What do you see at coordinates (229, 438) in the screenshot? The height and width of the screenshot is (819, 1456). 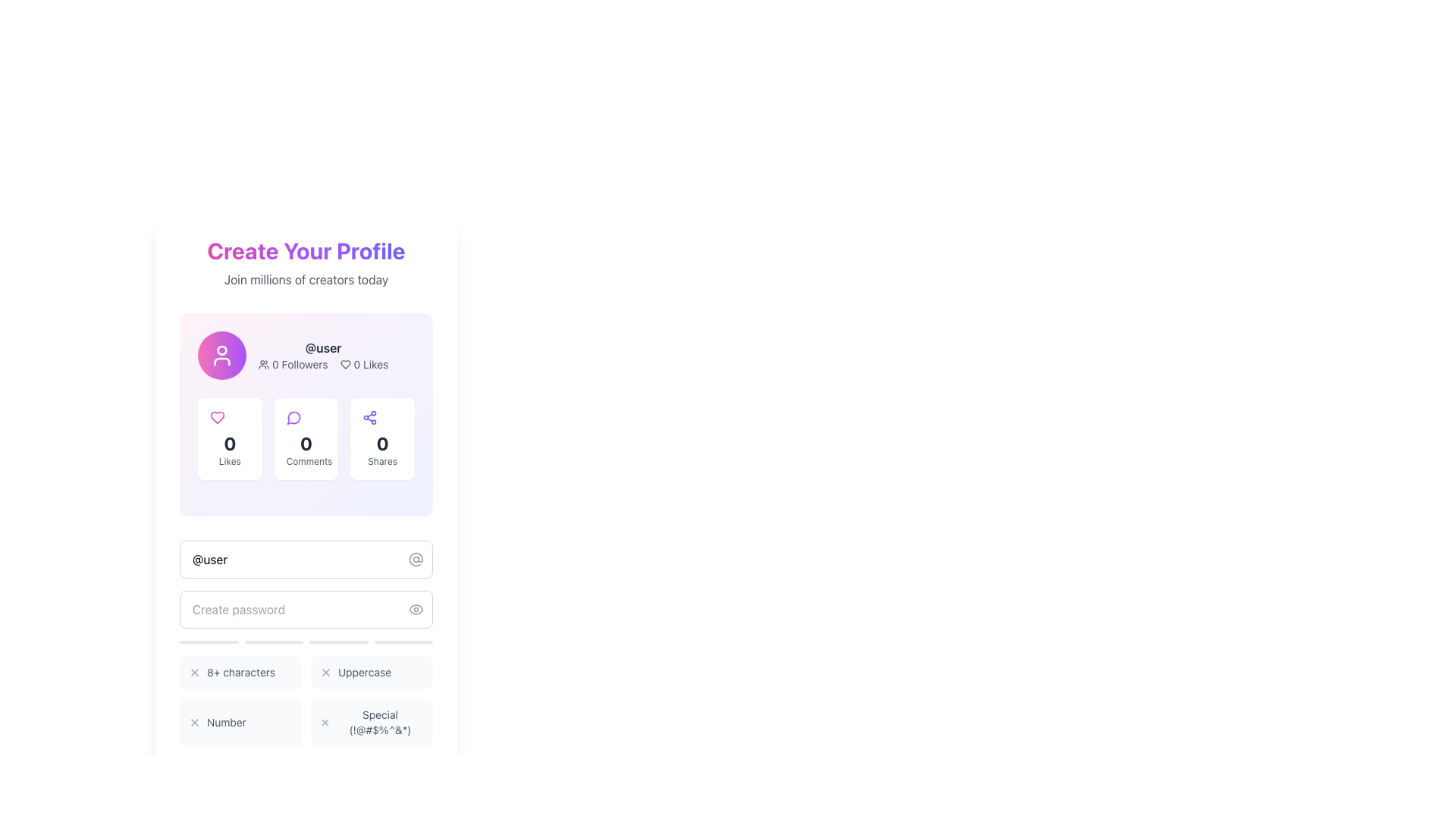 I see `the first statistical display widget that shows a heart icon in pink, the number '0' in bold, and the label 'Likes' beneath it` at bounding box center [229, 438].